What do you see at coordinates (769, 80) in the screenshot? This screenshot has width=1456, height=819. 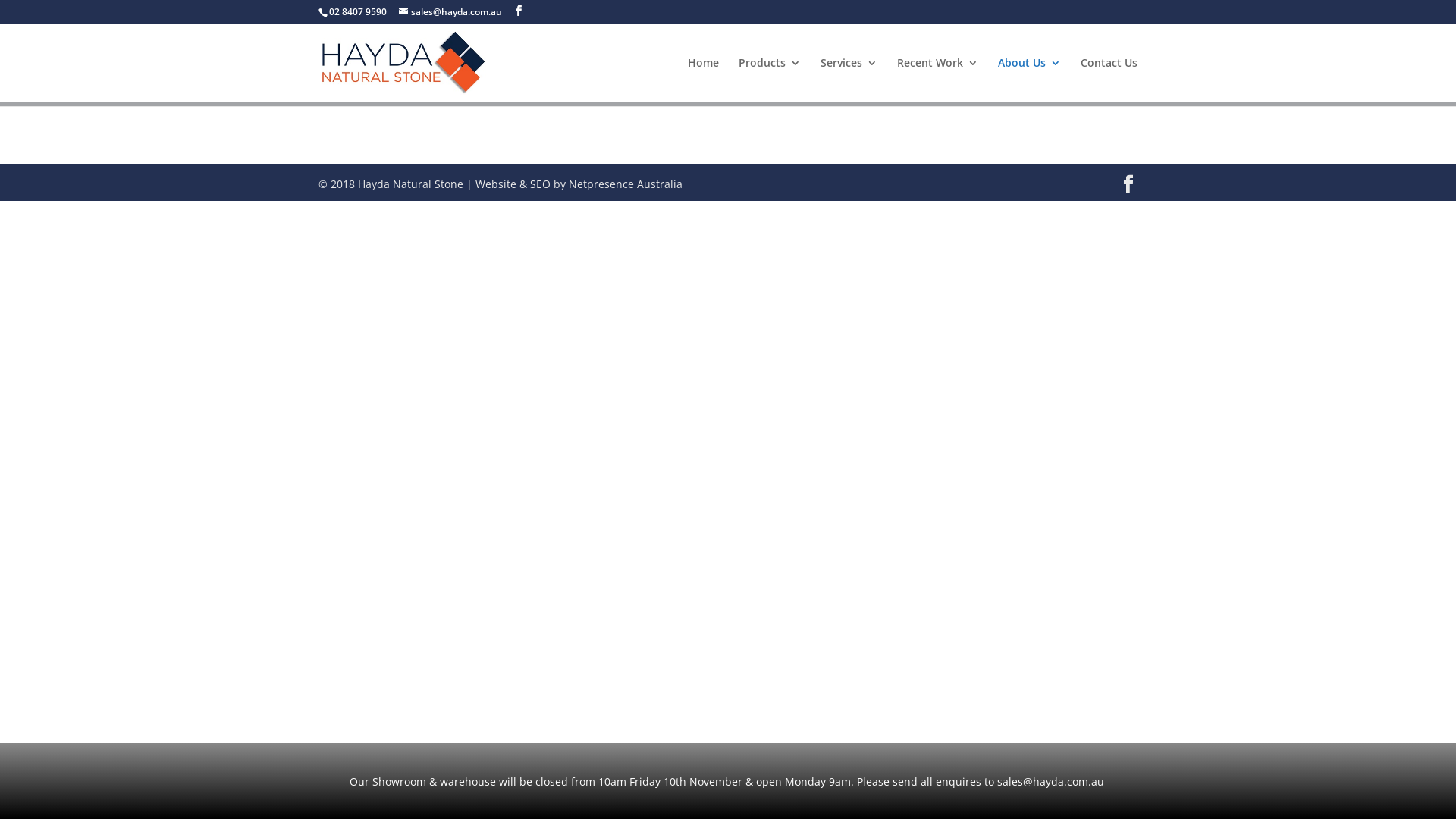 I see `'Products'` at bounding box center [769, 80].